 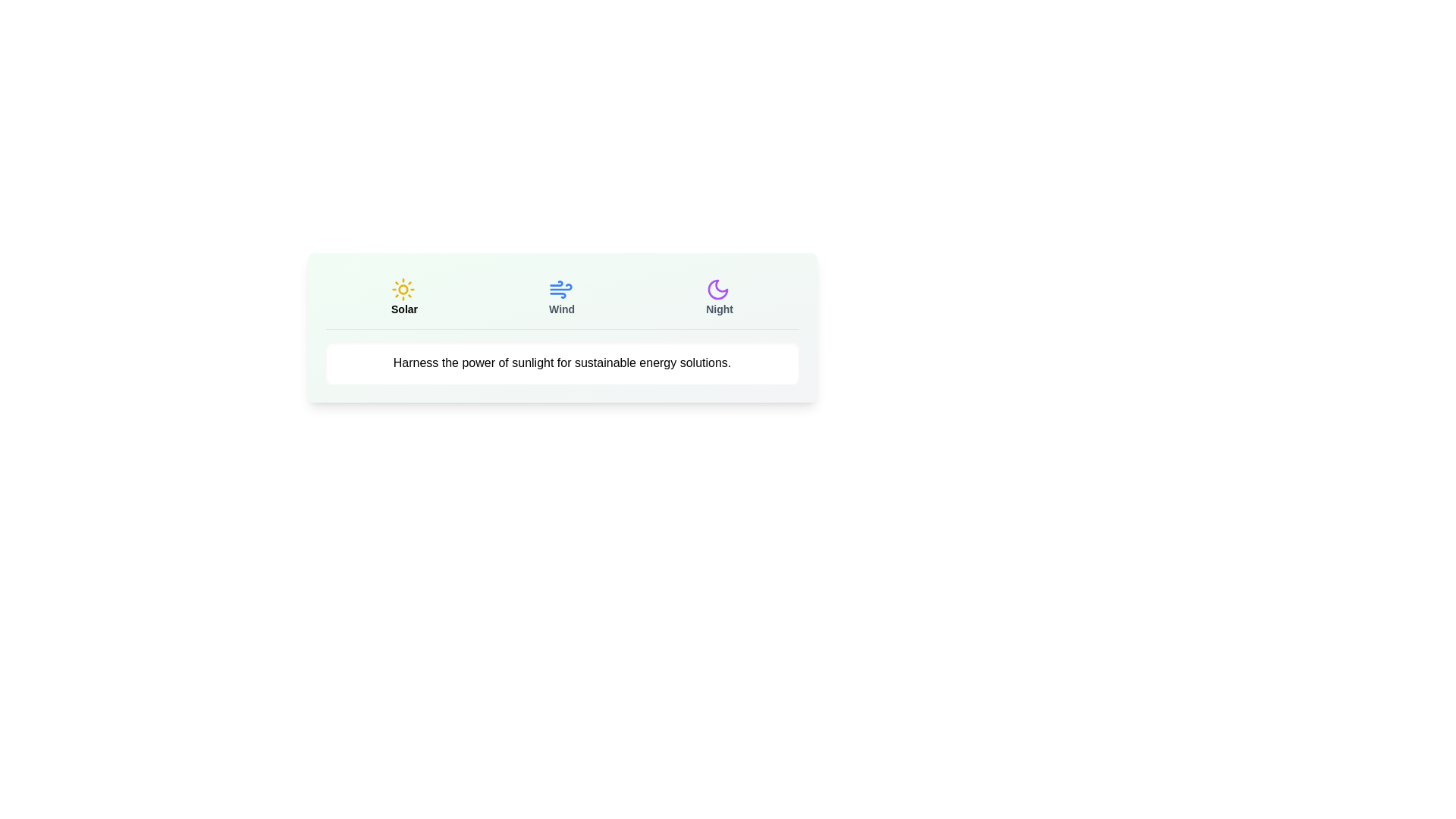 What do you see at coordinates (404, 297) in the screenshot?
I see `the Solar tab` at bounding box center [404, 297].